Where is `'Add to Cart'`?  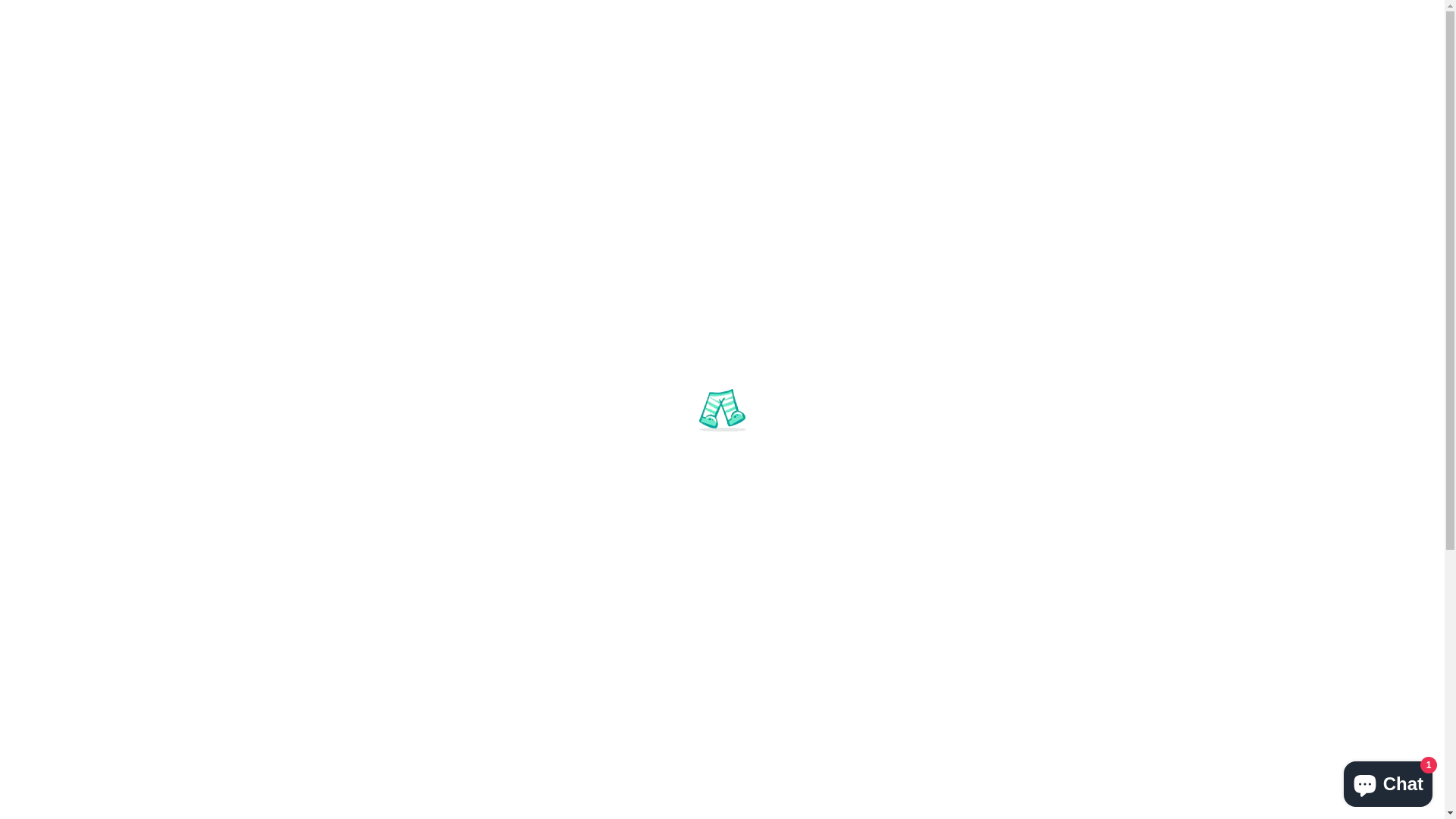 'Add to Cart' is located at coordinates (704, 587).